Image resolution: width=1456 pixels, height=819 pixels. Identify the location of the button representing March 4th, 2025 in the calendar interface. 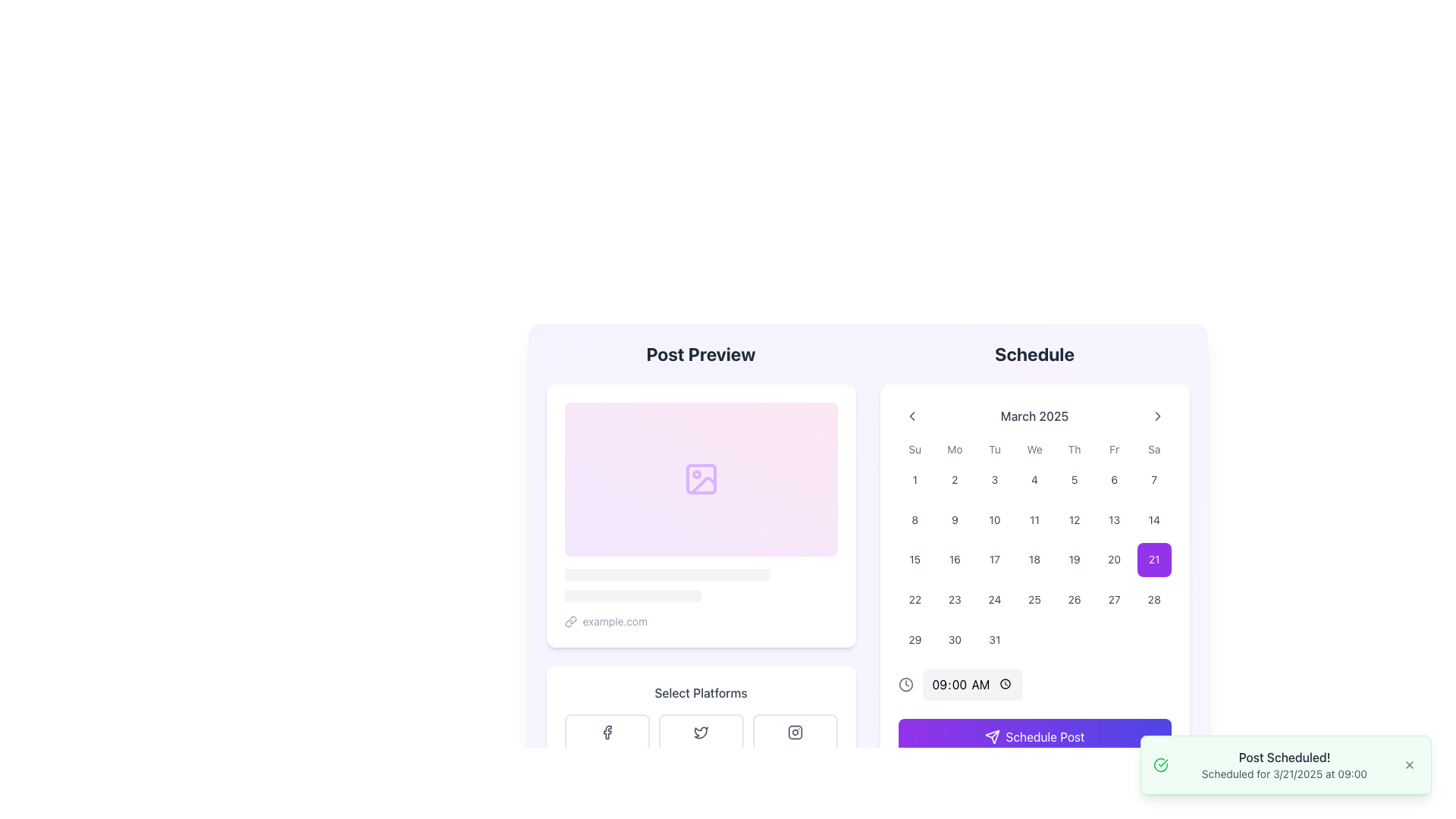
(1034, 480).